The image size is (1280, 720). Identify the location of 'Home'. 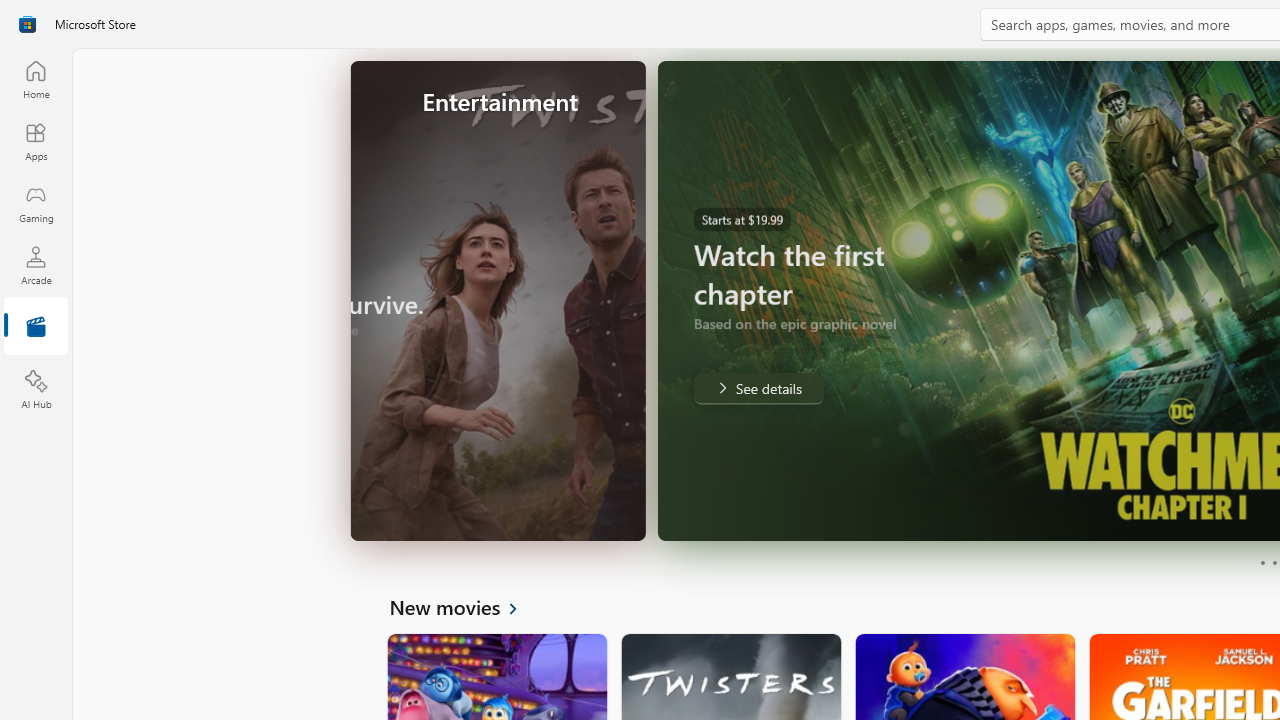
(35, 78).